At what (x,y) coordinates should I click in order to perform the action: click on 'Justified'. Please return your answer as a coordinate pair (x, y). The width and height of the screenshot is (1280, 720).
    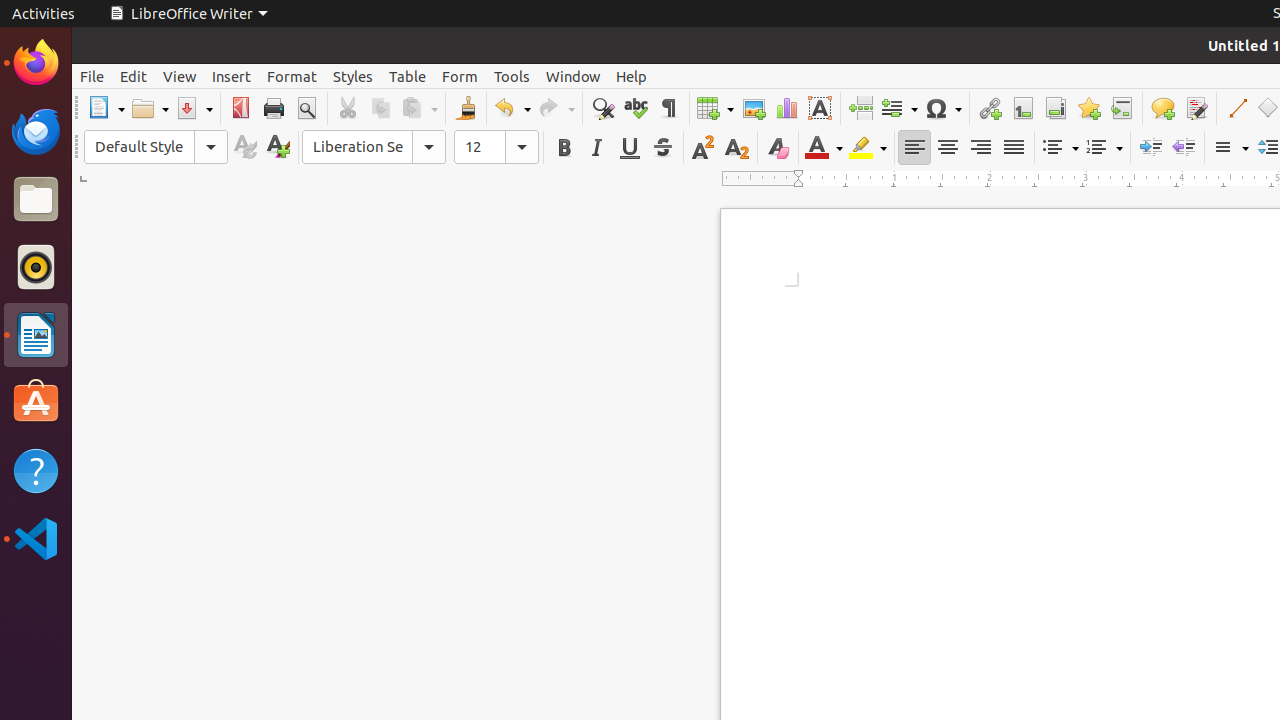
    Looking at the image, I should click on (1013, 146).